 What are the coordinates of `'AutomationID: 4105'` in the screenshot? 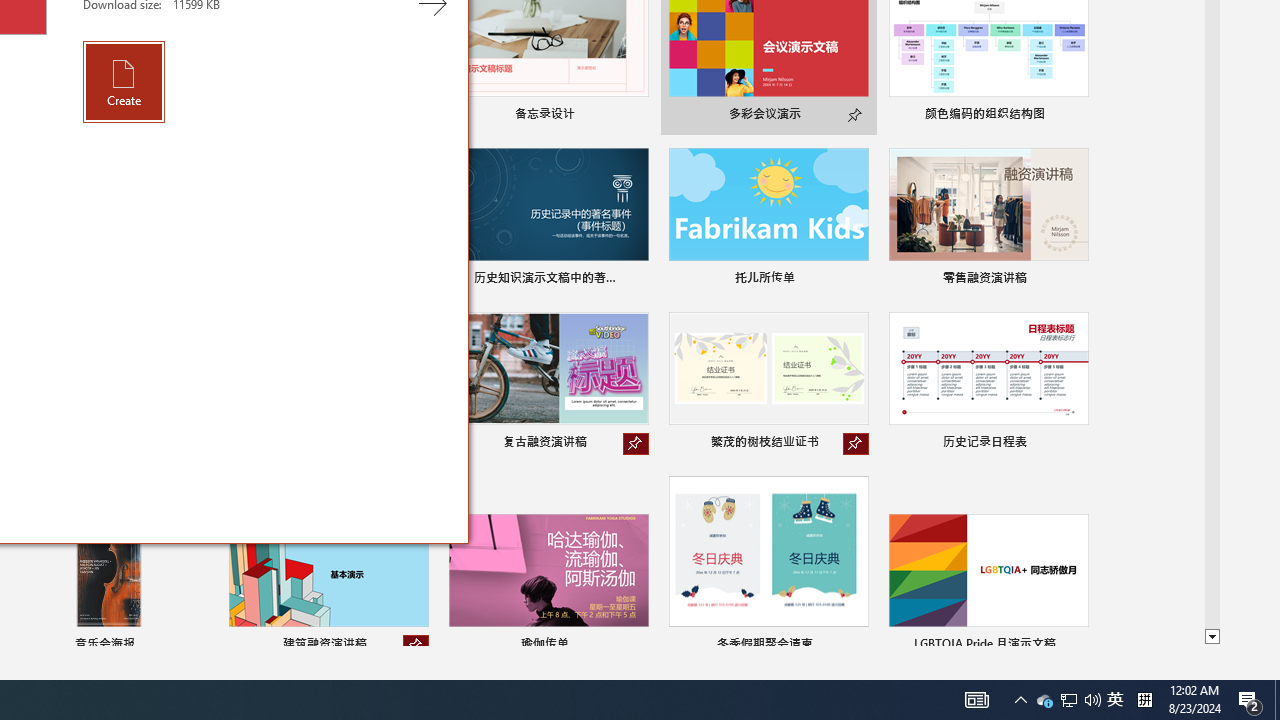 It's located at (977, 698).